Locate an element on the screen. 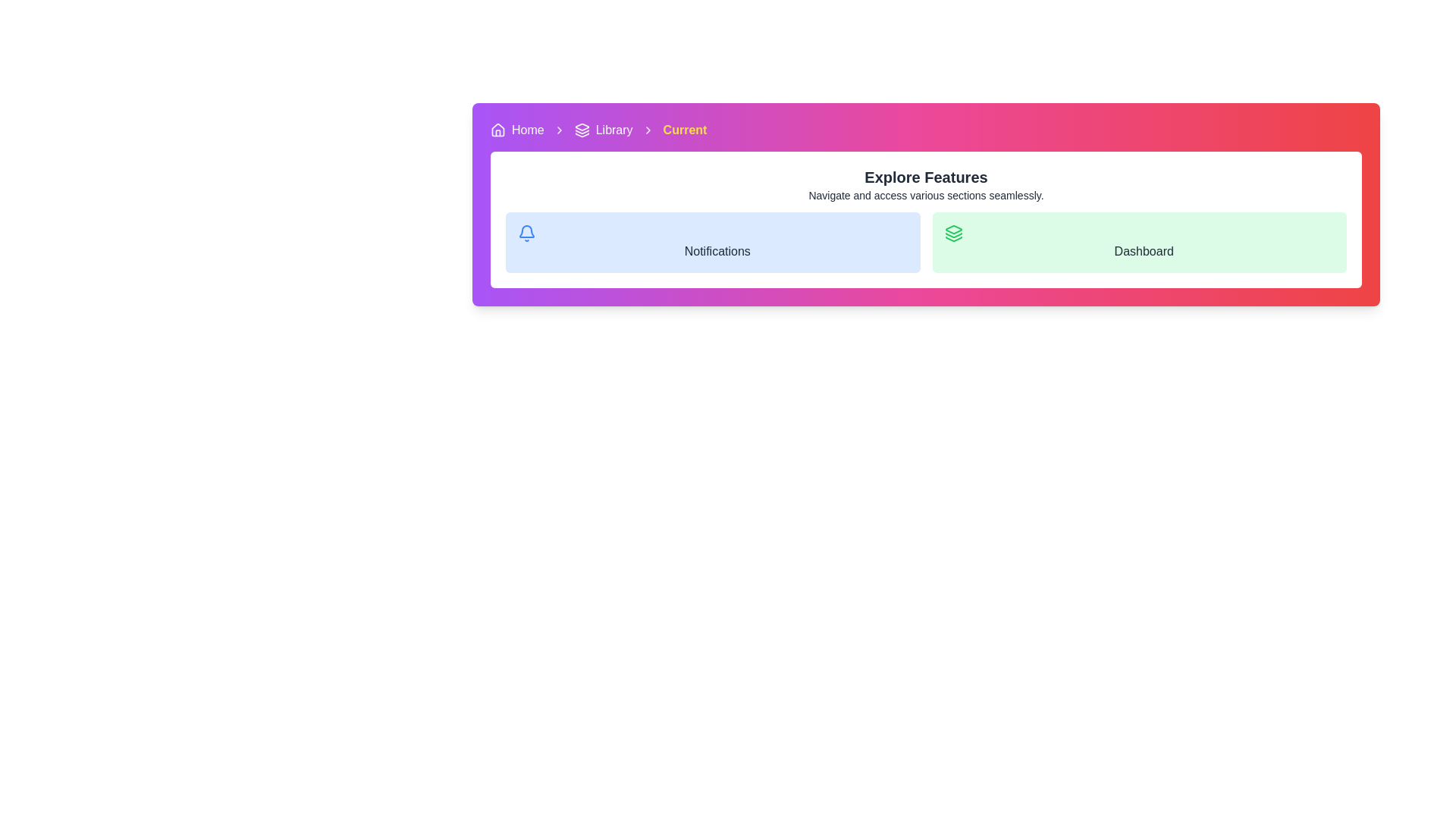  the current location marked as 'Current' in the Breadcrumb navigation bar, which is highlighted in yellow and part of a gradient background is located at coordinates (925, 130).